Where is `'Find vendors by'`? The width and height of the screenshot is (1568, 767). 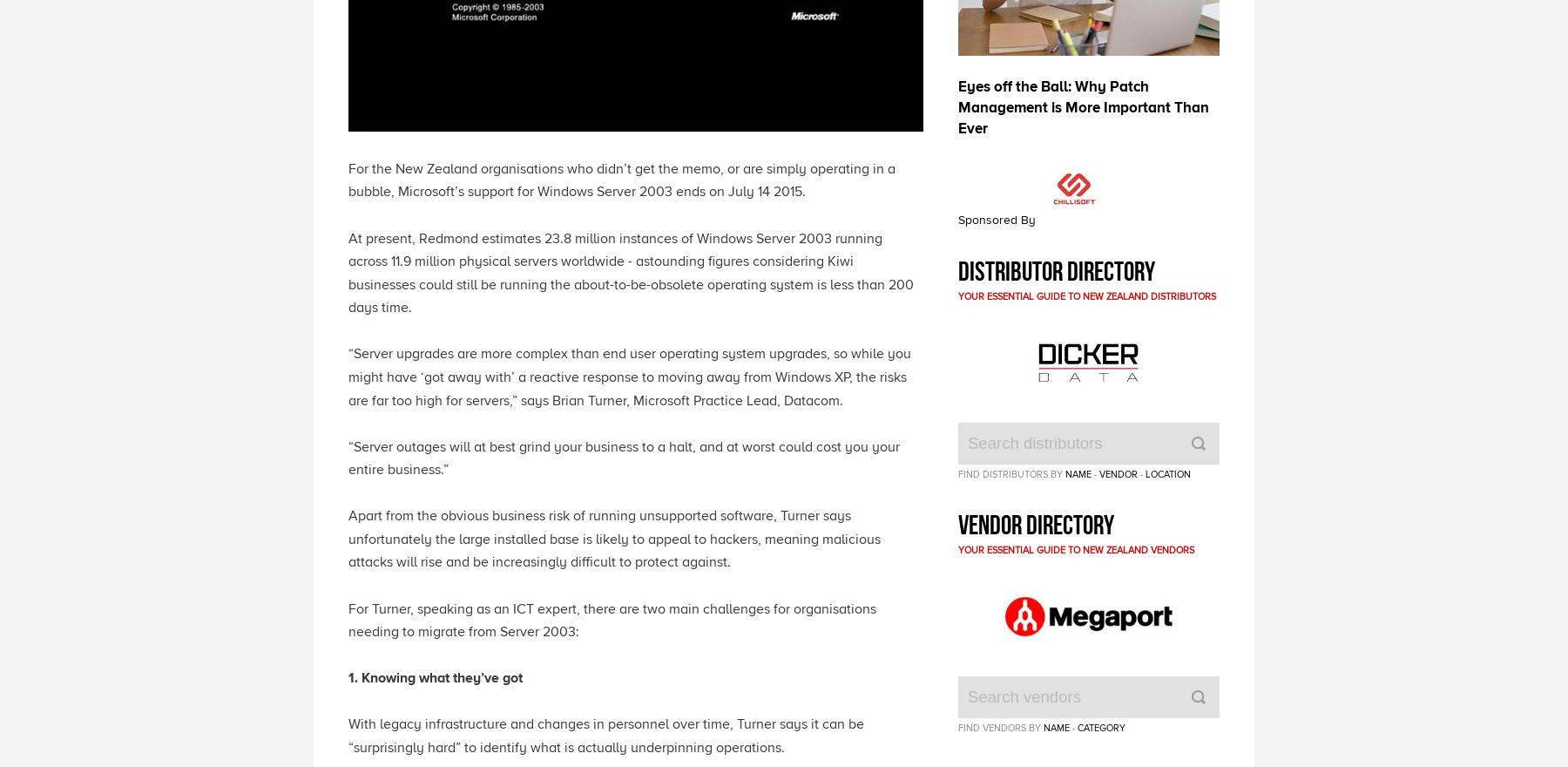
'Find vendors by' is located at coordinates (999, 727).